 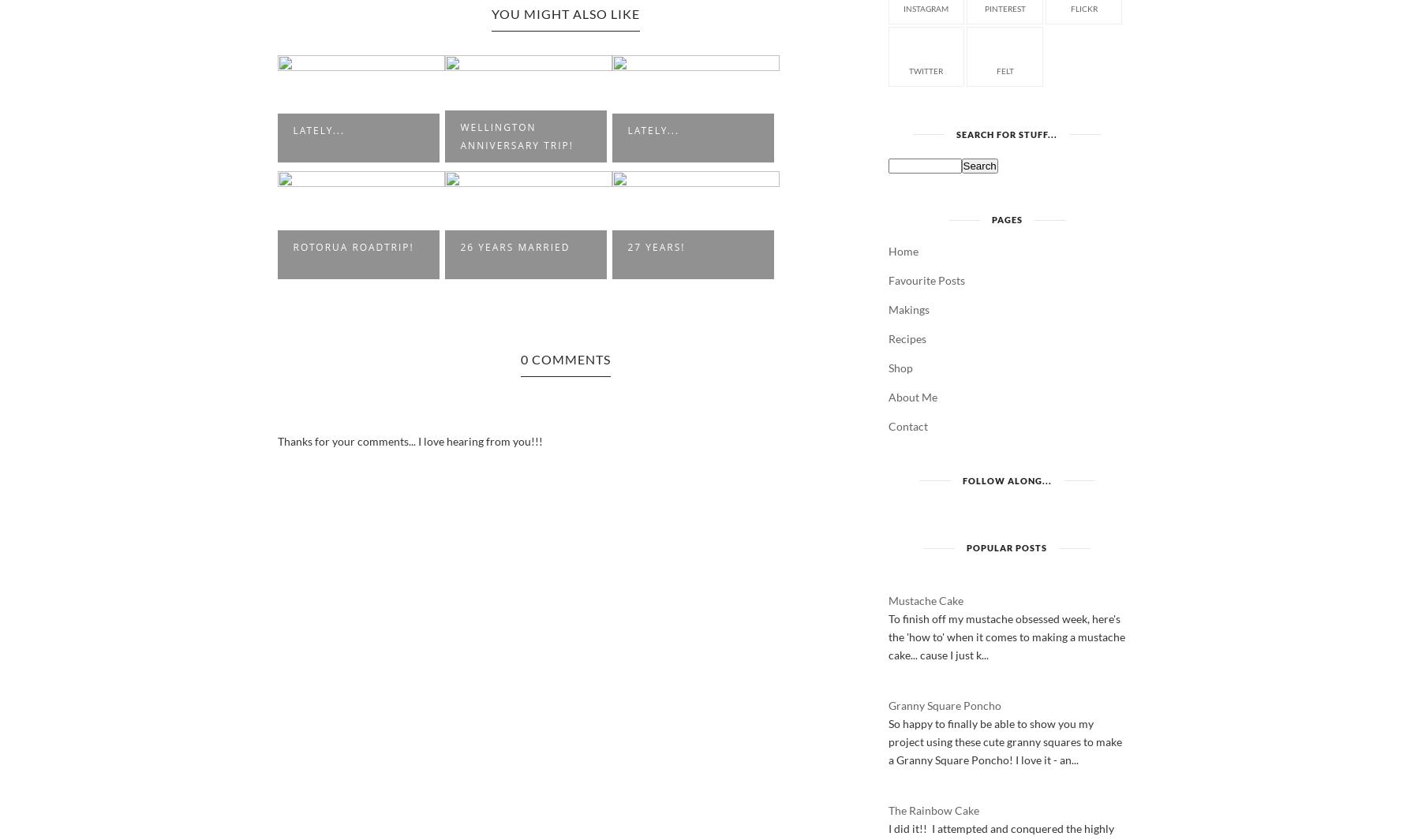 I want to click on 'flickr', so click(x=1082, y=7).